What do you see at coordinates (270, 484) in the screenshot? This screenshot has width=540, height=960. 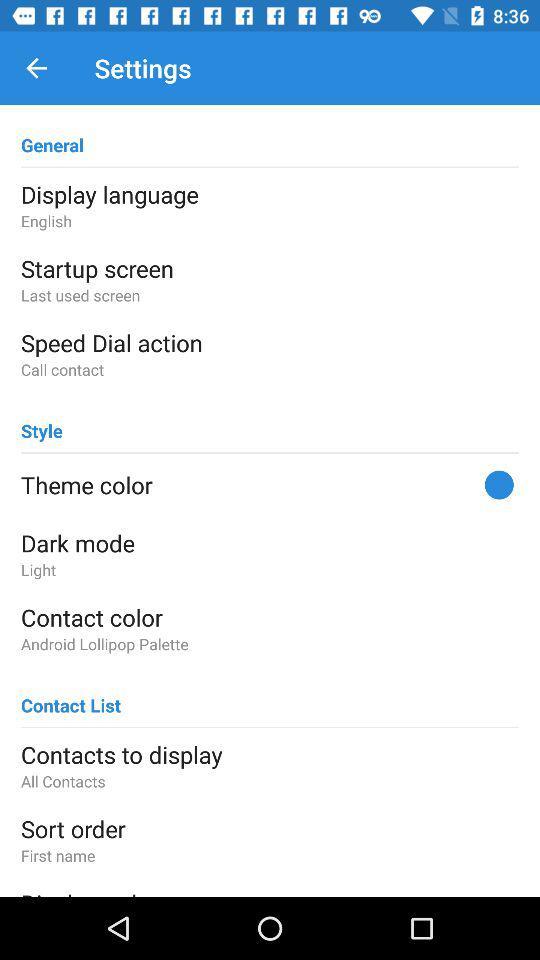 I see `the theme color` at bounding box center [270, 484].